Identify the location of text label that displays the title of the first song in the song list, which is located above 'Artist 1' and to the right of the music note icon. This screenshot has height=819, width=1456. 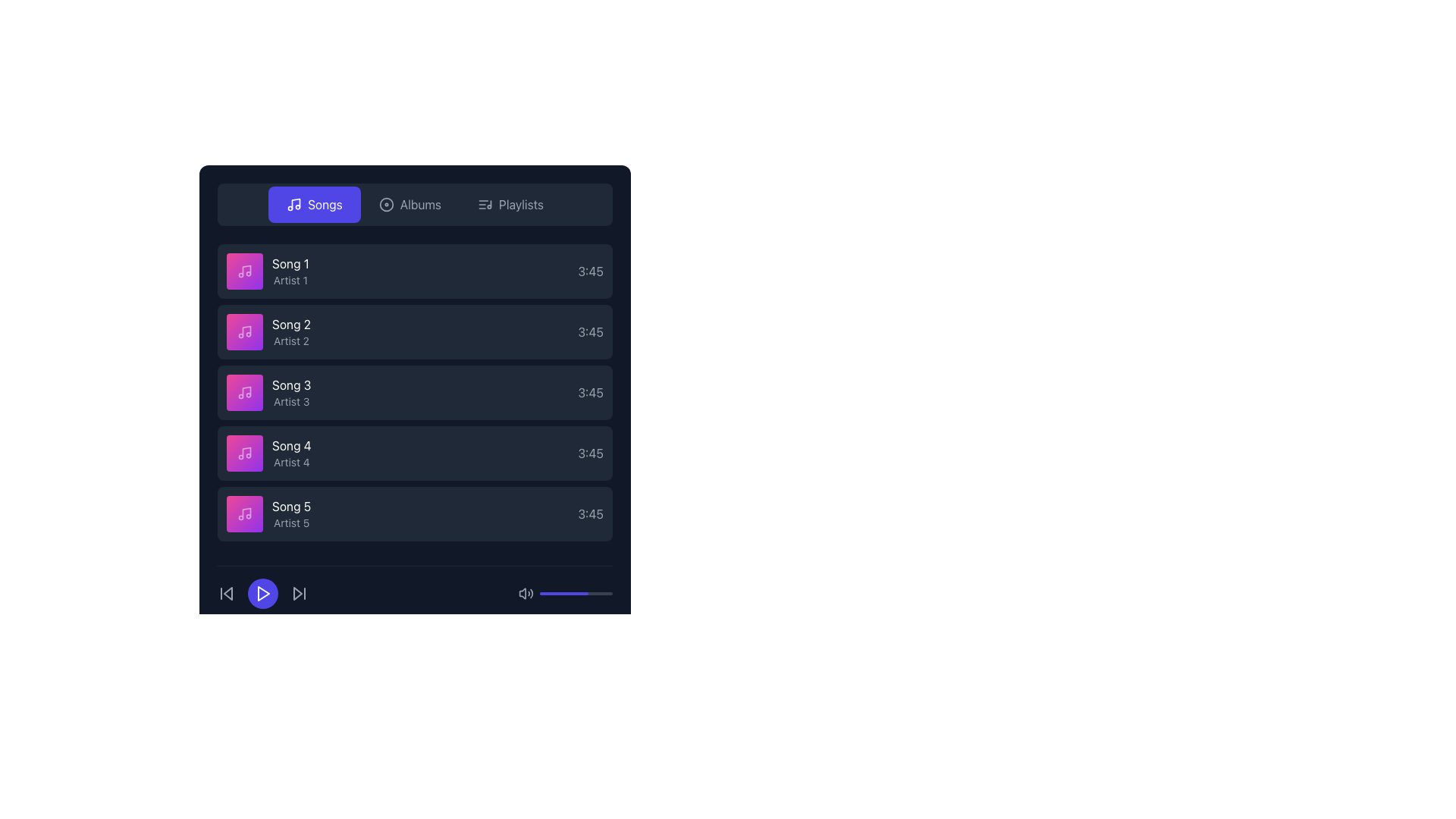
(290, 262).